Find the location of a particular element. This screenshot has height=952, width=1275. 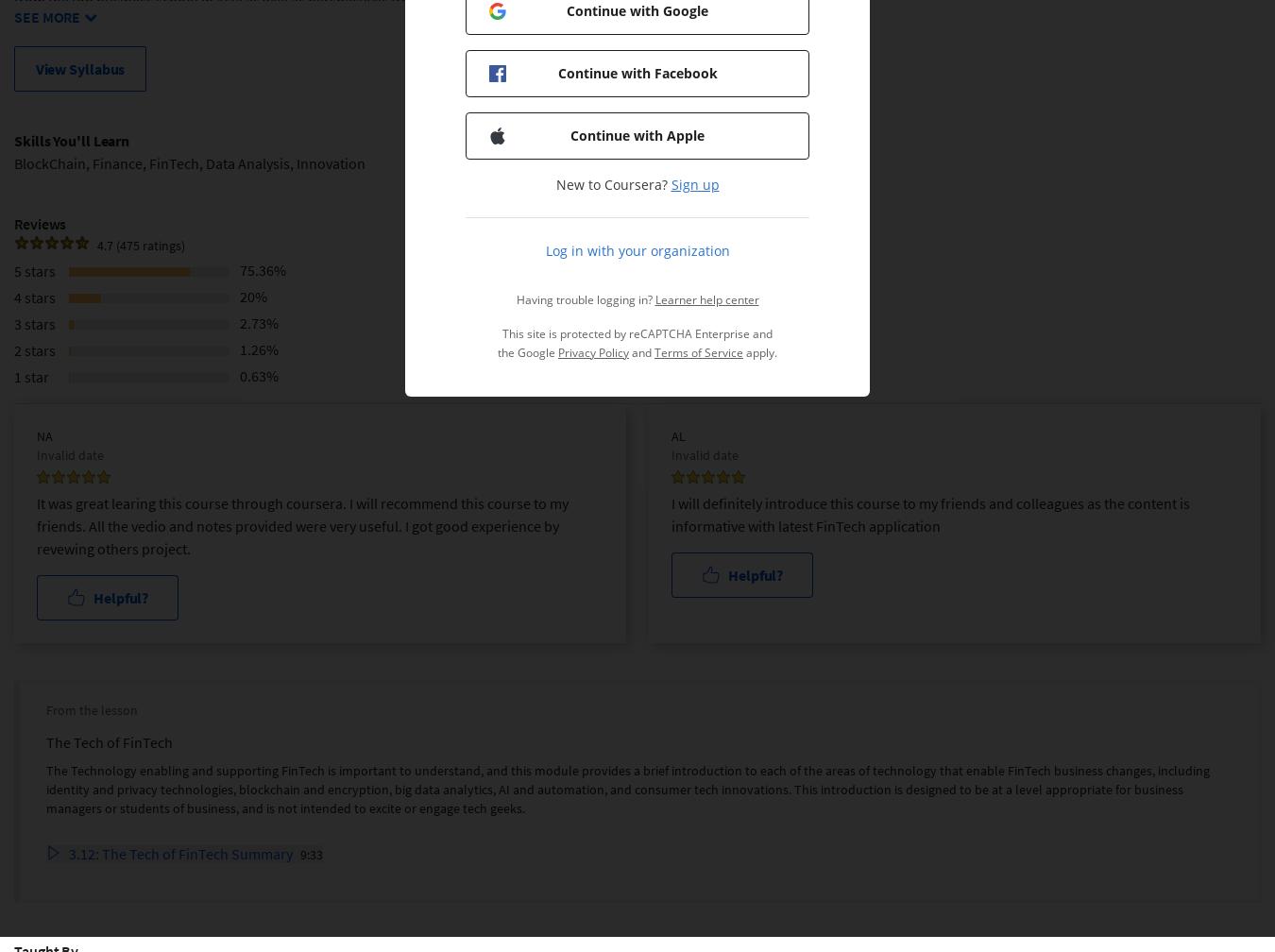

'9:33' is located at coordinates (299, 853).